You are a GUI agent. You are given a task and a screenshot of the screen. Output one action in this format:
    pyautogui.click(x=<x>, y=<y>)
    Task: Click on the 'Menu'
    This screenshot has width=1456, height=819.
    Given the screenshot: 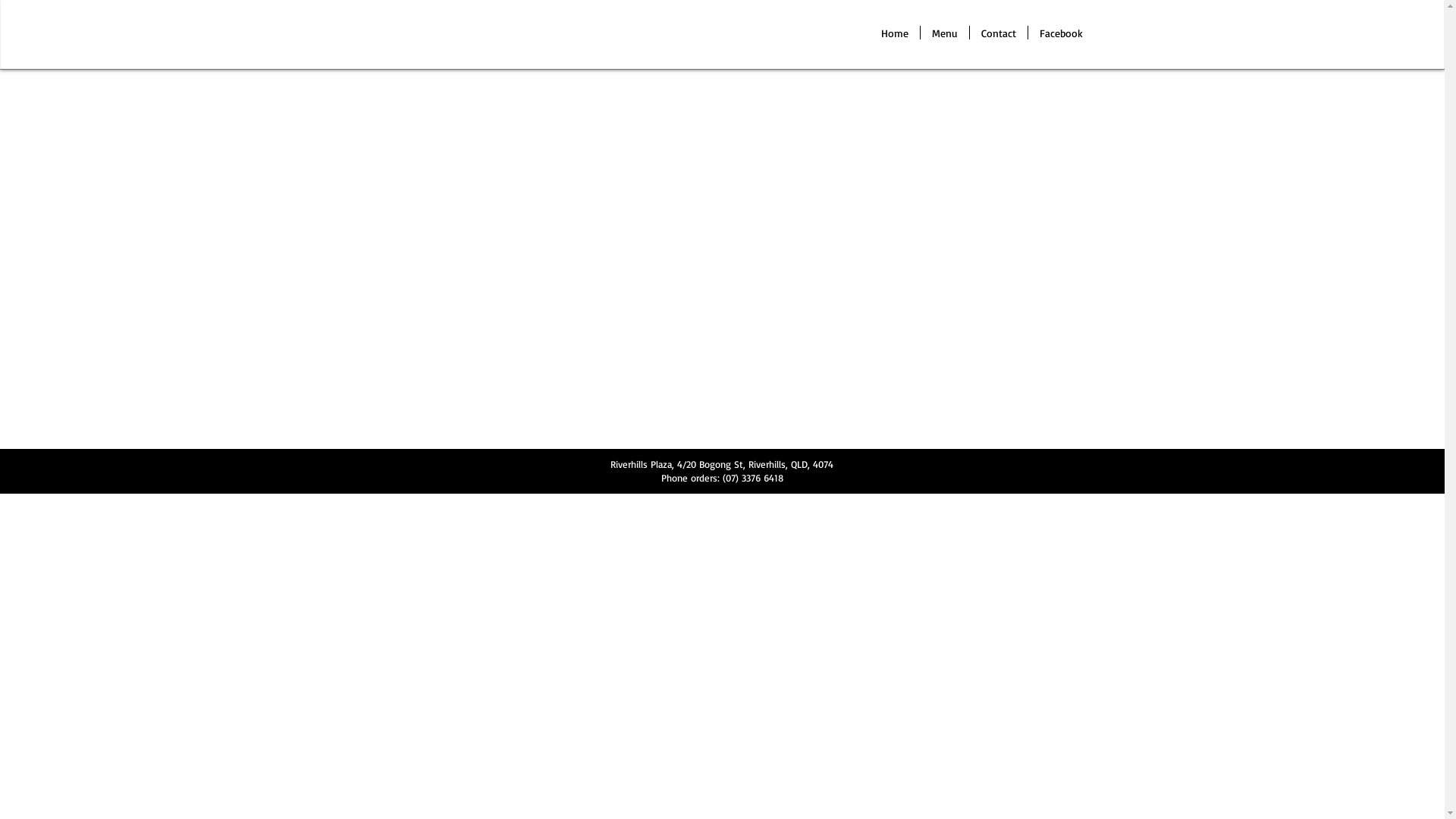 What is the action you would take?
    pyautogui.click(x=944, y=32)
    